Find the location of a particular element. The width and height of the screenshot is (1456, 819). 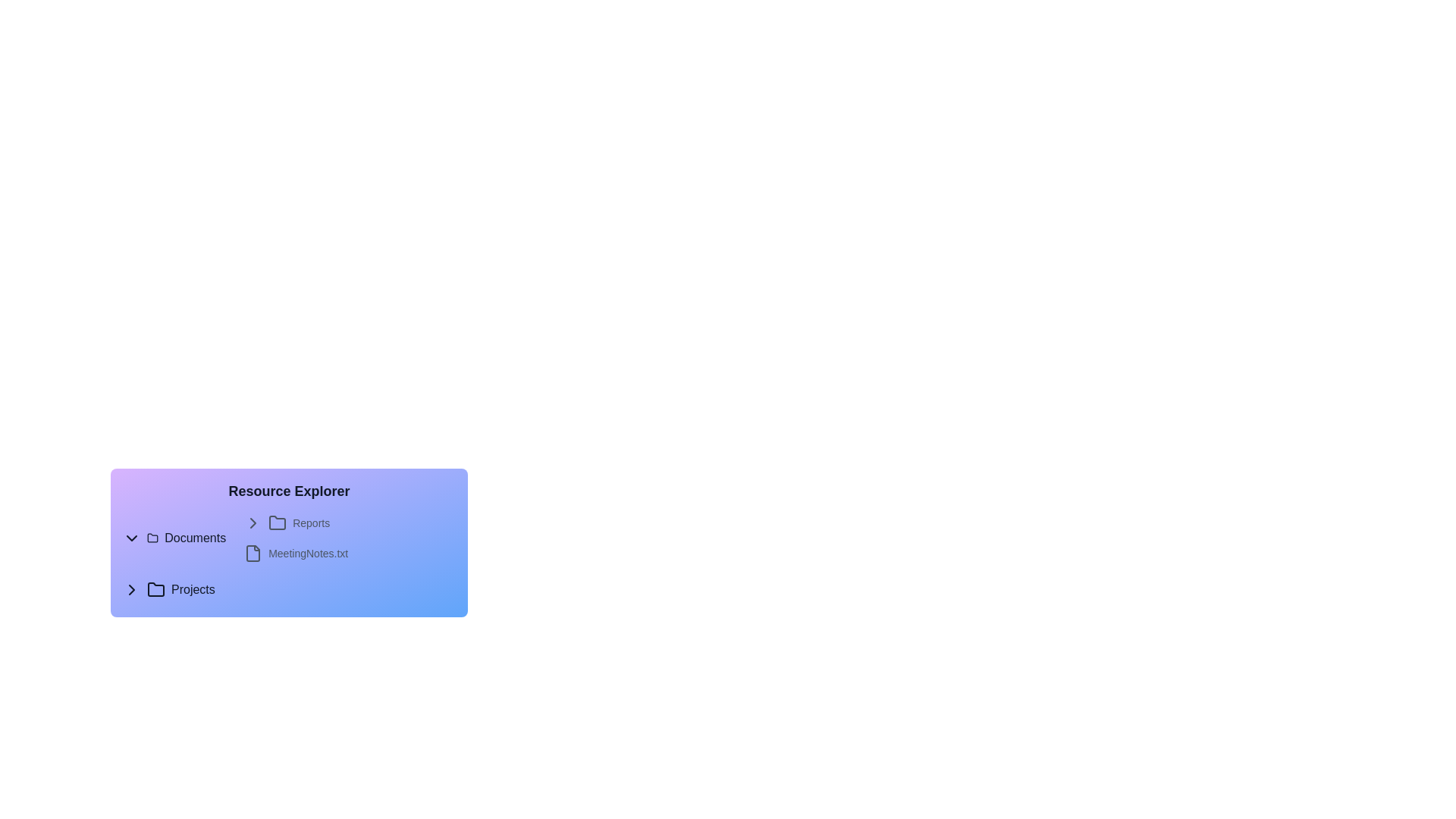

the 'Projects' folder item in the resource explorer interface is located at coordinates (289, 589).